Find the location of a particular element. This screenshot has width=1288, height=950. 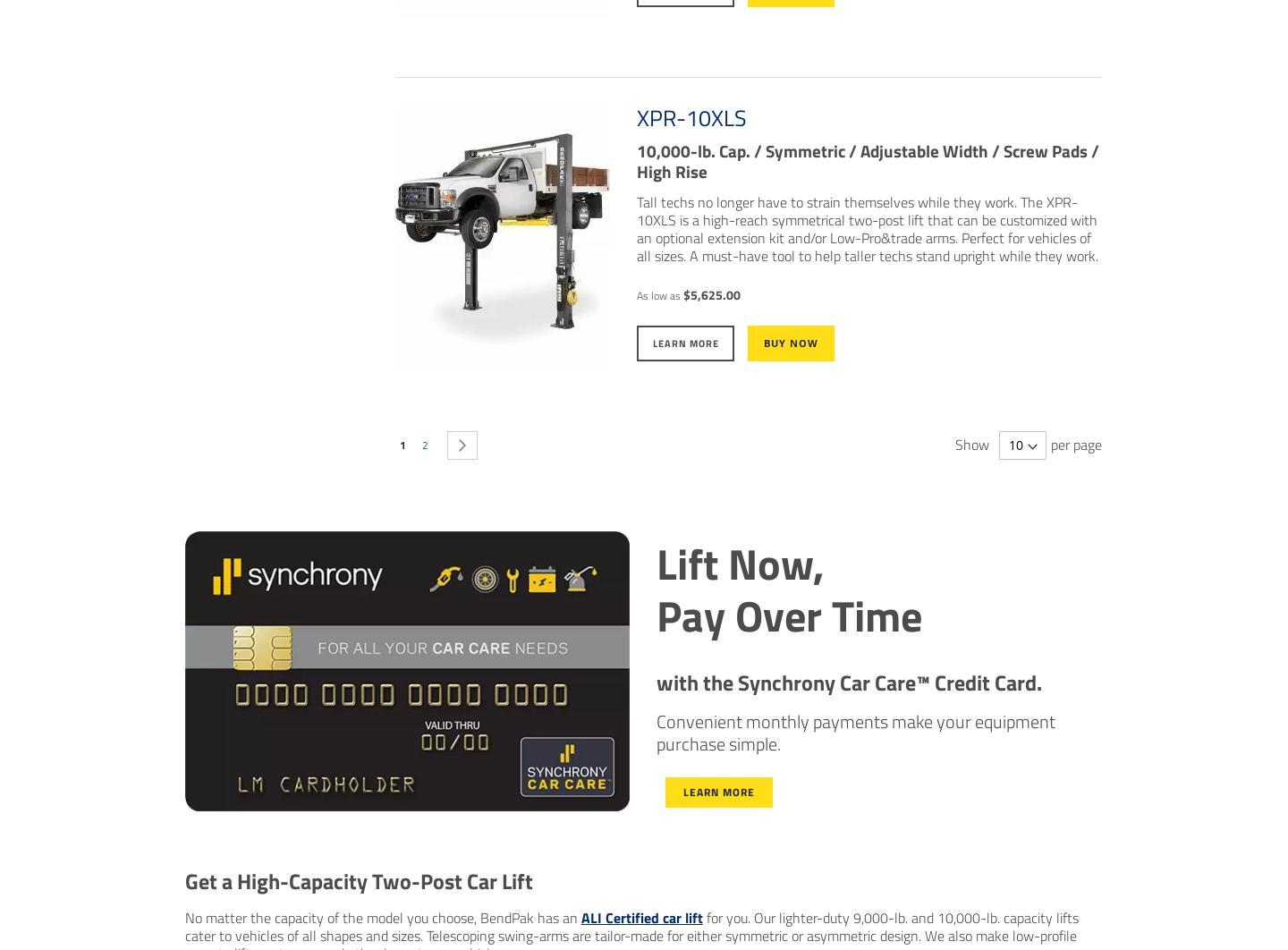

'Show' is located at coordinates (971, 442).